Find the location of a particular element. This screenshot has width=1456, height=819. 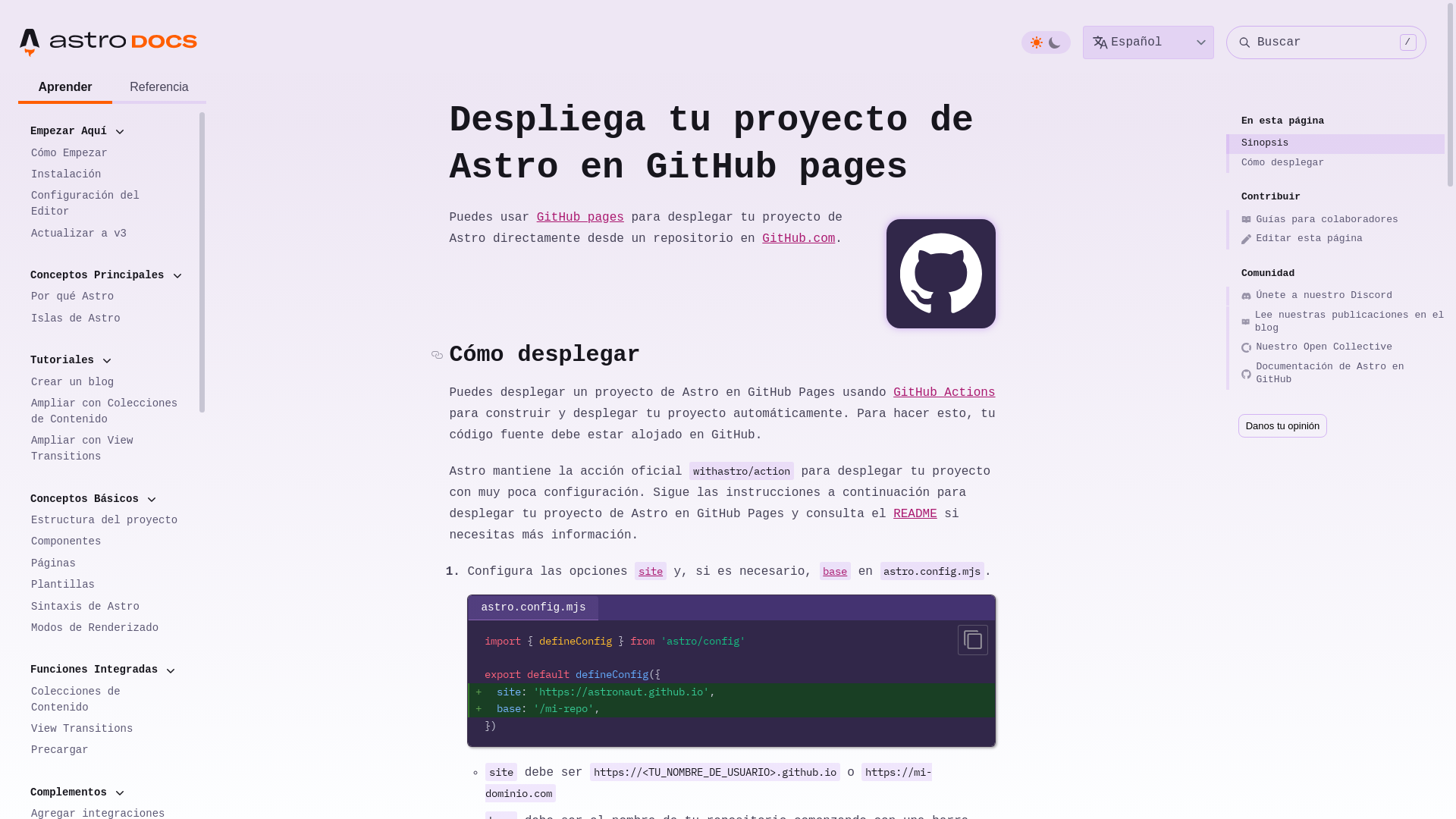

'Precargar' is located at coordinates (106, 749).